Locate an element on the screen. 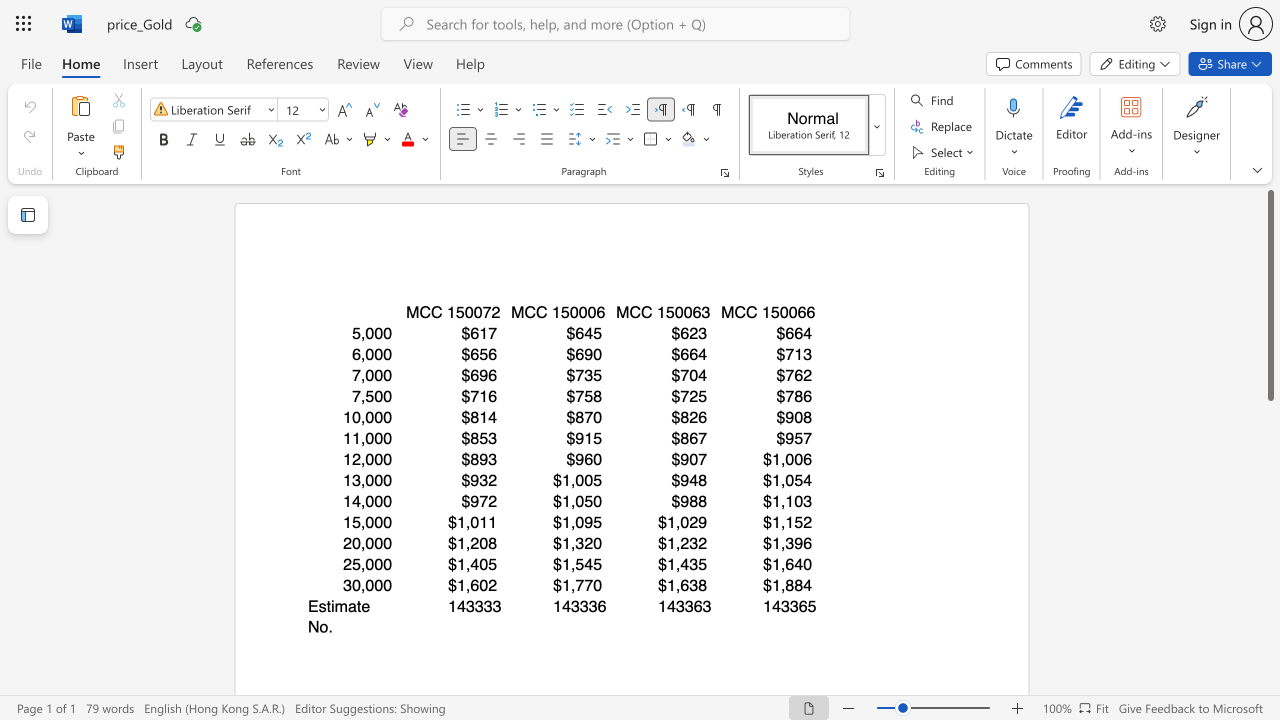 The height and width of the screenshot is (720, 1280). the scrollbar to move the page downward is located at coordinates (1269, 490).